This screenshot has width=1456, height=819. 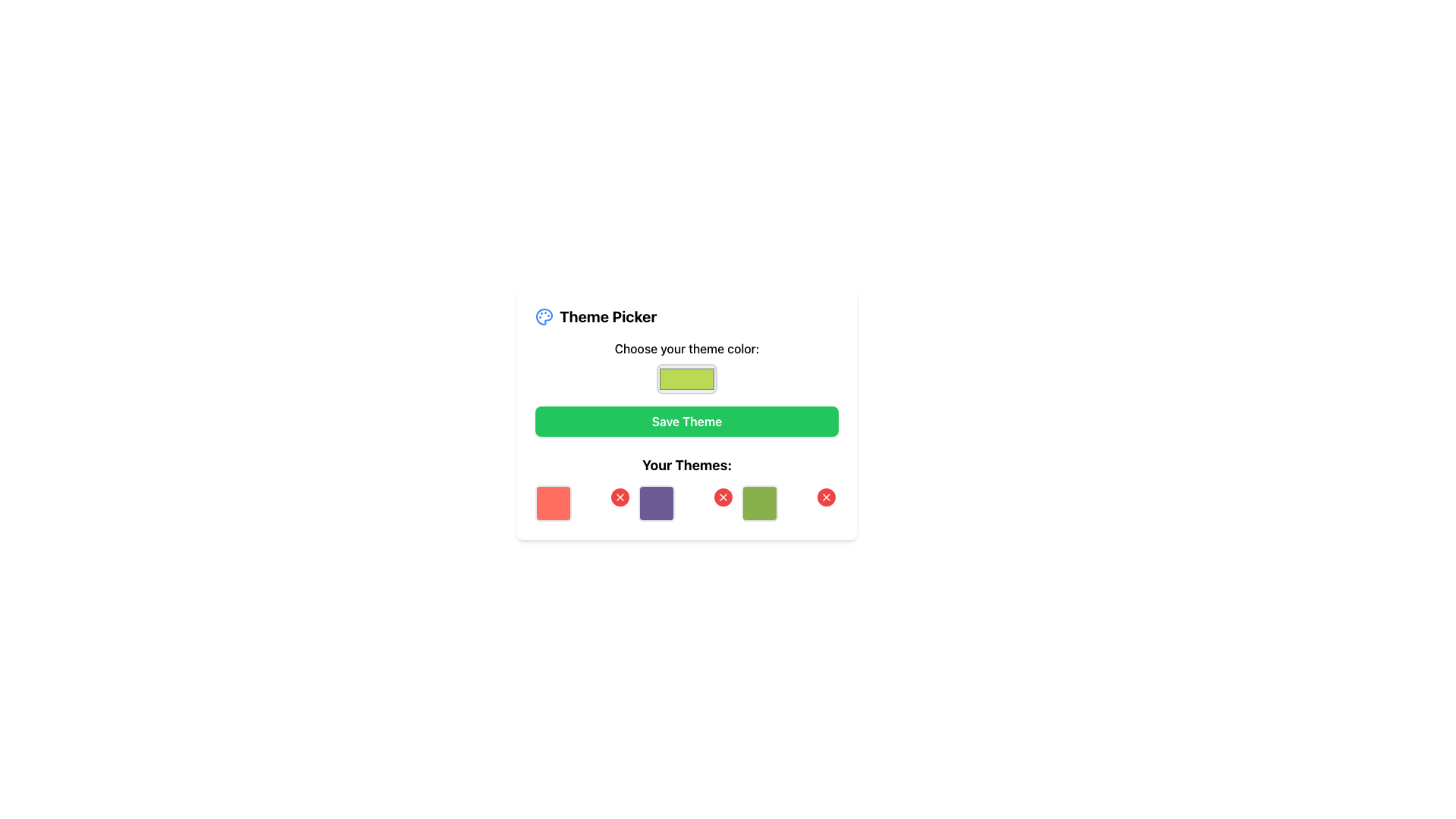 I want to click on the circular red button located in the top-right corner of the green theme box in the 'Your Themes' section, so click(x=825, y=497).